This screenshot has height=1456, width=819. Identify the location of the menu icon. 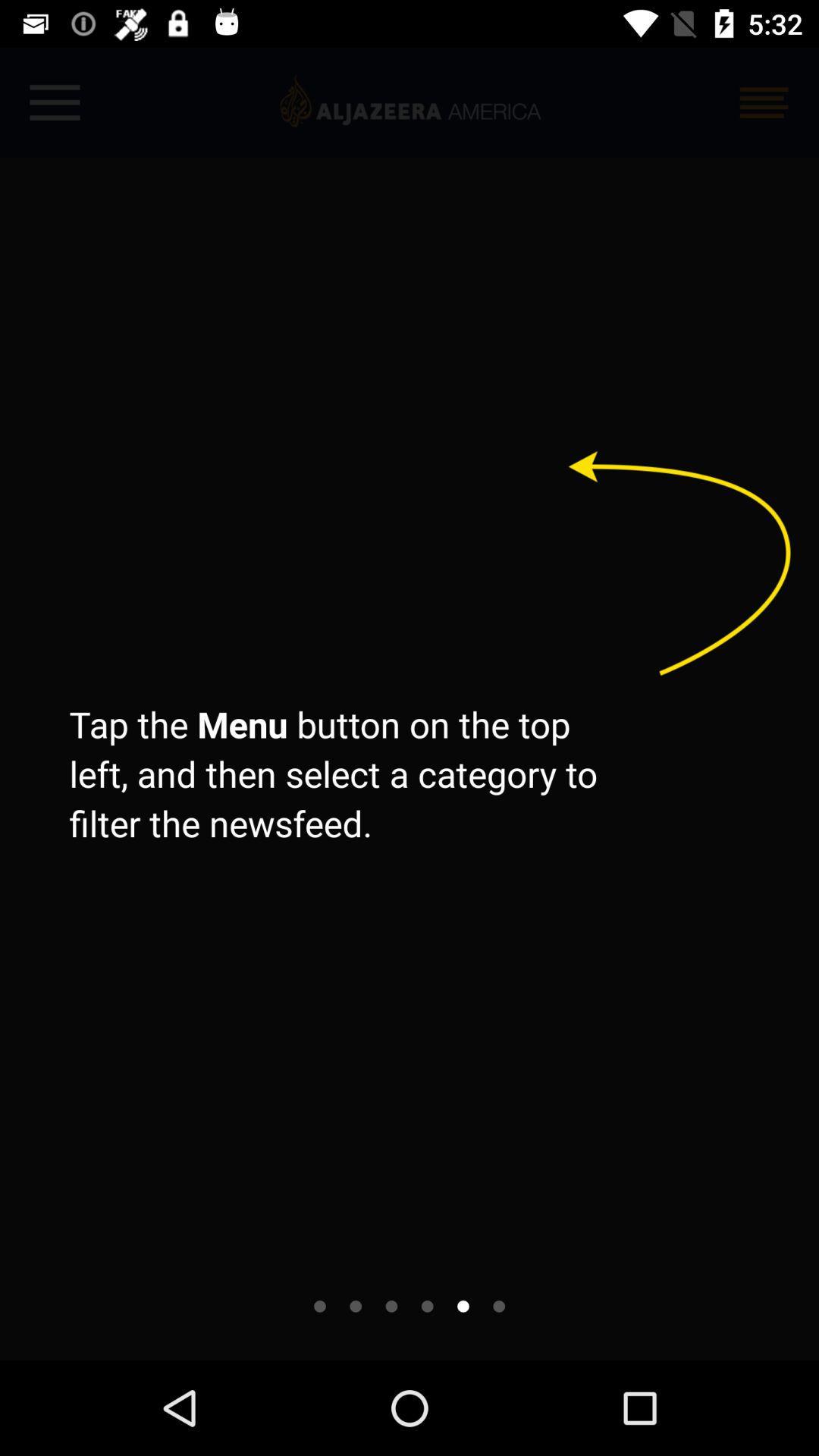
(764, 102).